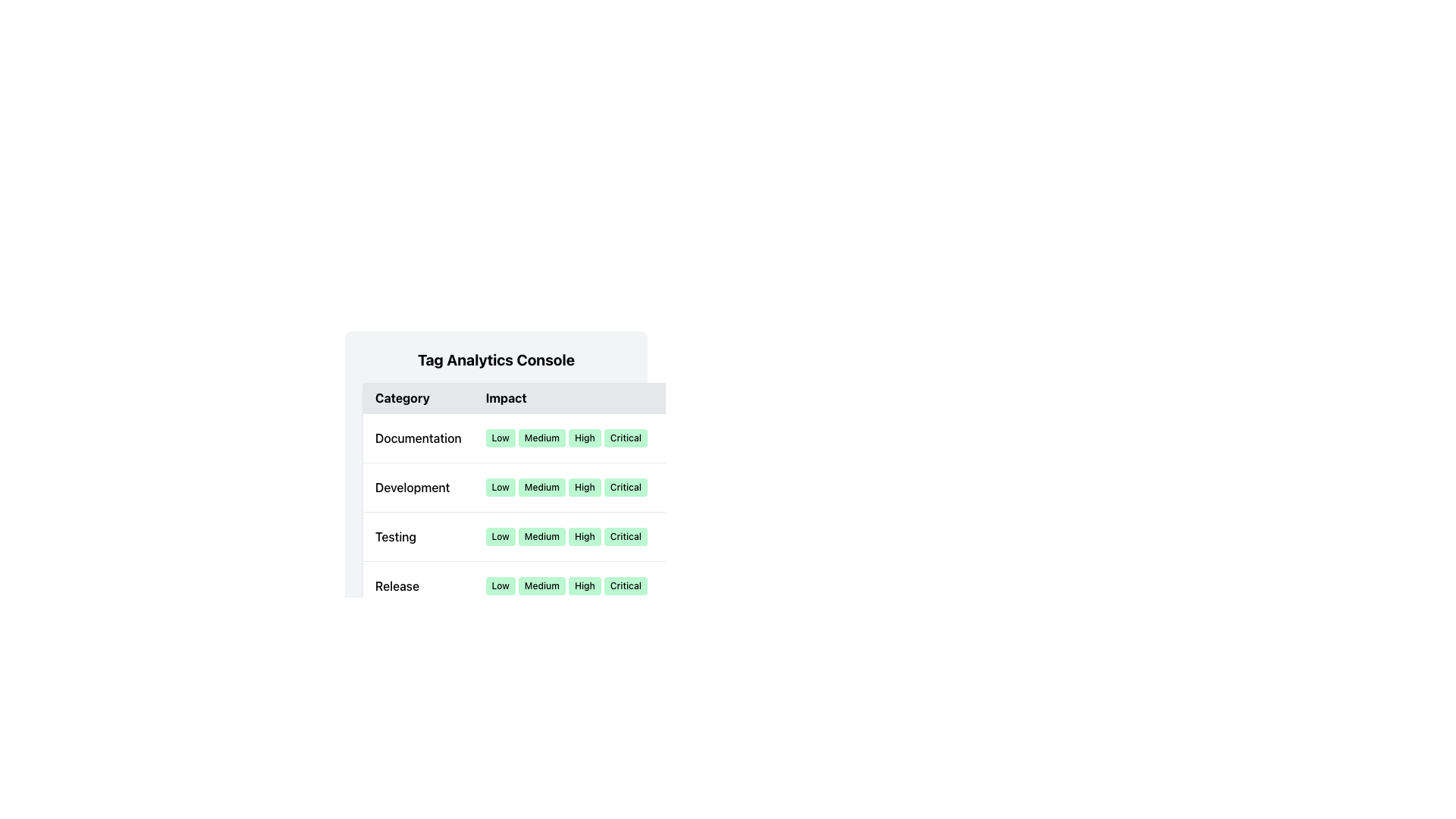 The width and height of the screenshot is (1456, 819). What do you see at coordinates (418, 438) in the screenshot?
I see `the 'Documentation' text label, which serves as the heading for the 'Category' column in the 'Tag Analytics Console' section` at bounding box center [418, 438].